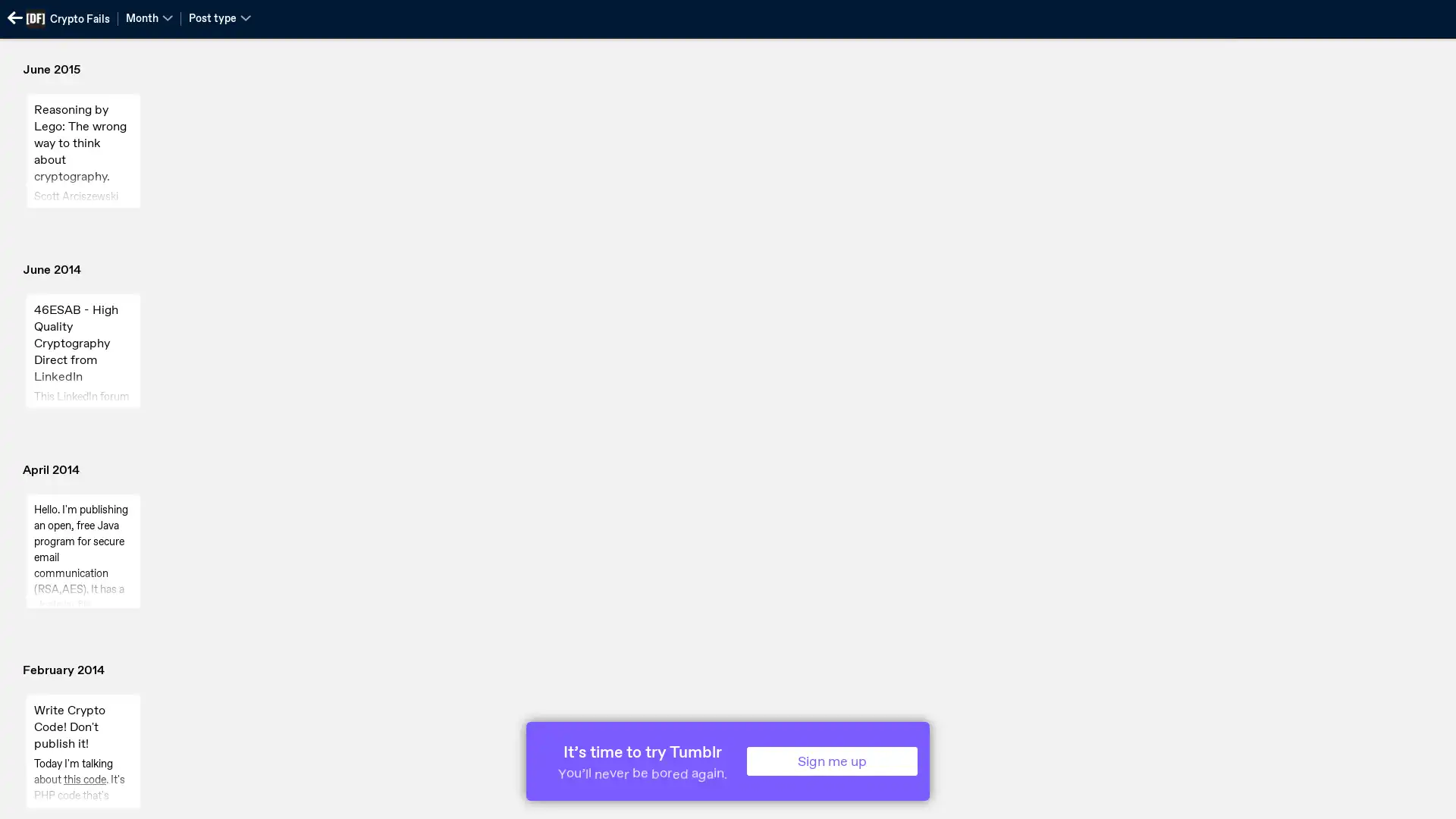  Describe the element at coordinates (218, 17) in the screenshot. I see `Post type` at that location.